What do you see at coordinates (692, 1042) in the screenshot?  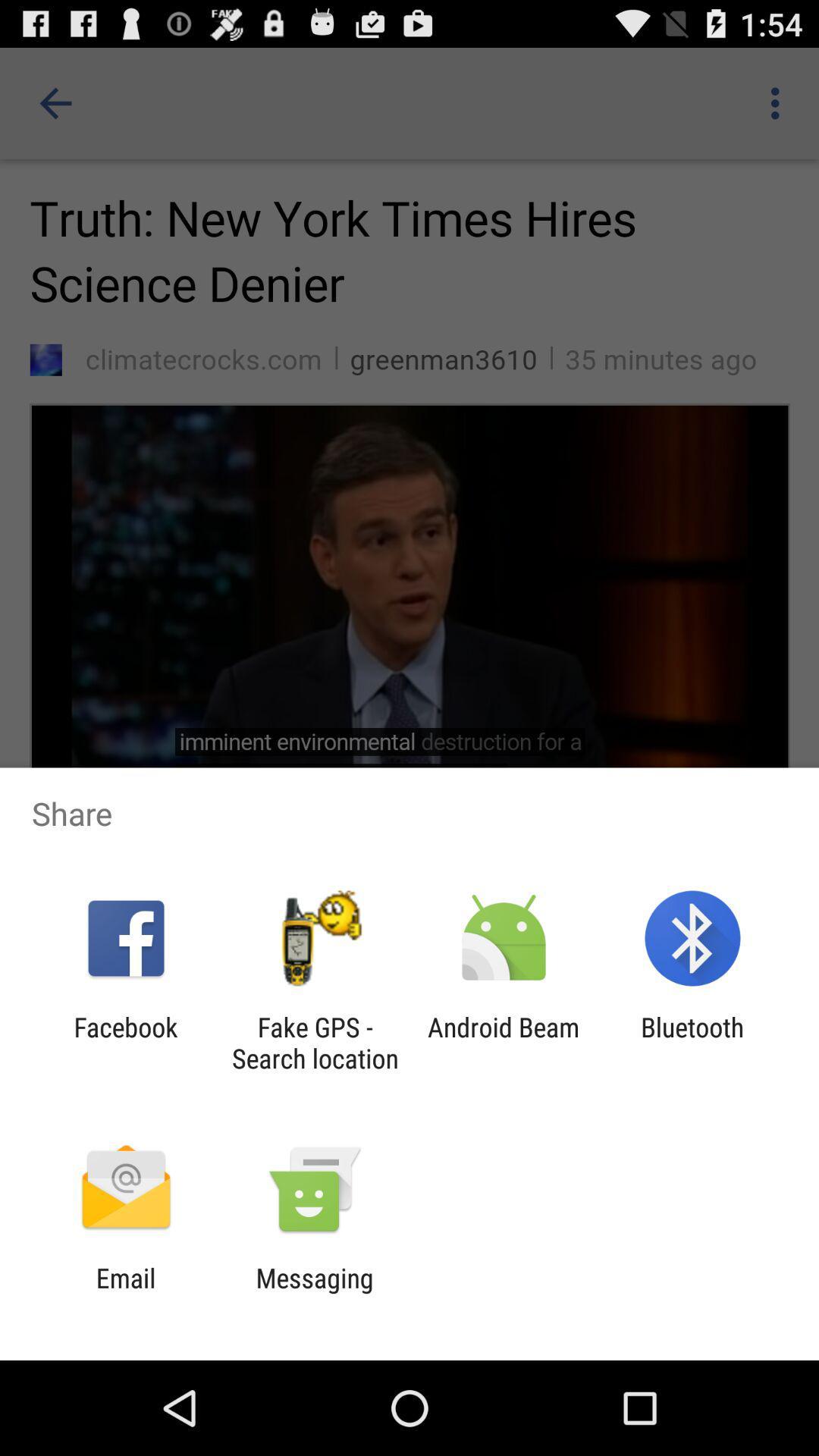 I see `the item to the right of the android beam item` at bounding box center [692, 1042].